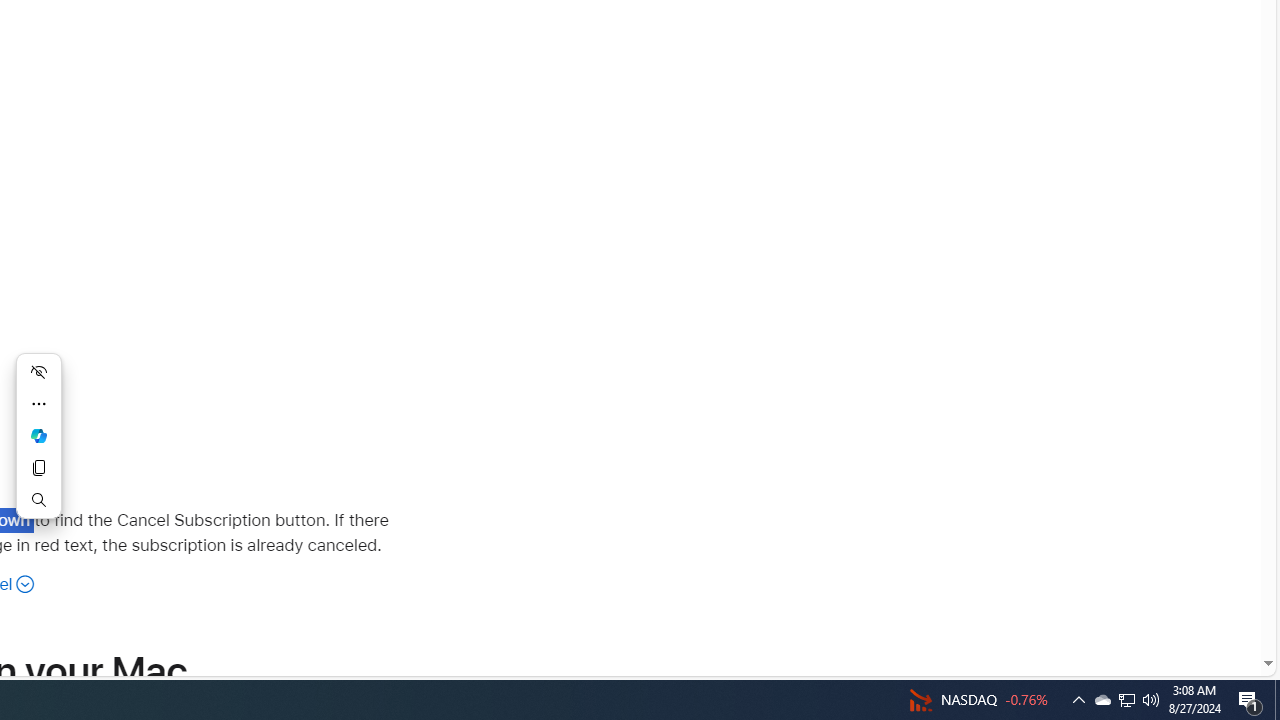  What do you see at coordinates (39, 403) in the screenshot?
I see `'More actions'` at bounding box center [39, 403].